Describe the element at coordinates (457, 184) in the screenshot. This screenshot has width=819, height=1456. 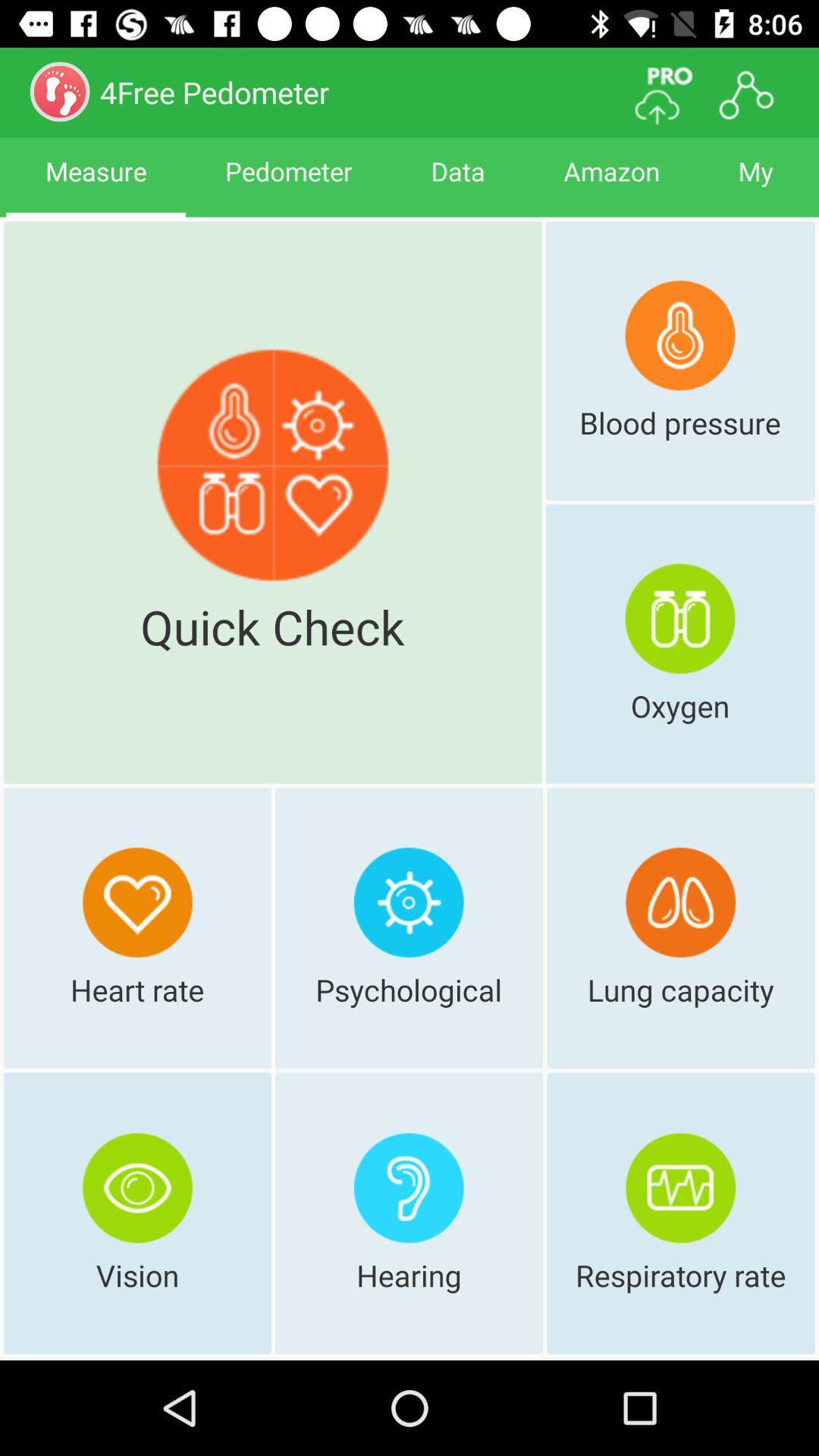
I see `app to the right of pedometer` at that location.